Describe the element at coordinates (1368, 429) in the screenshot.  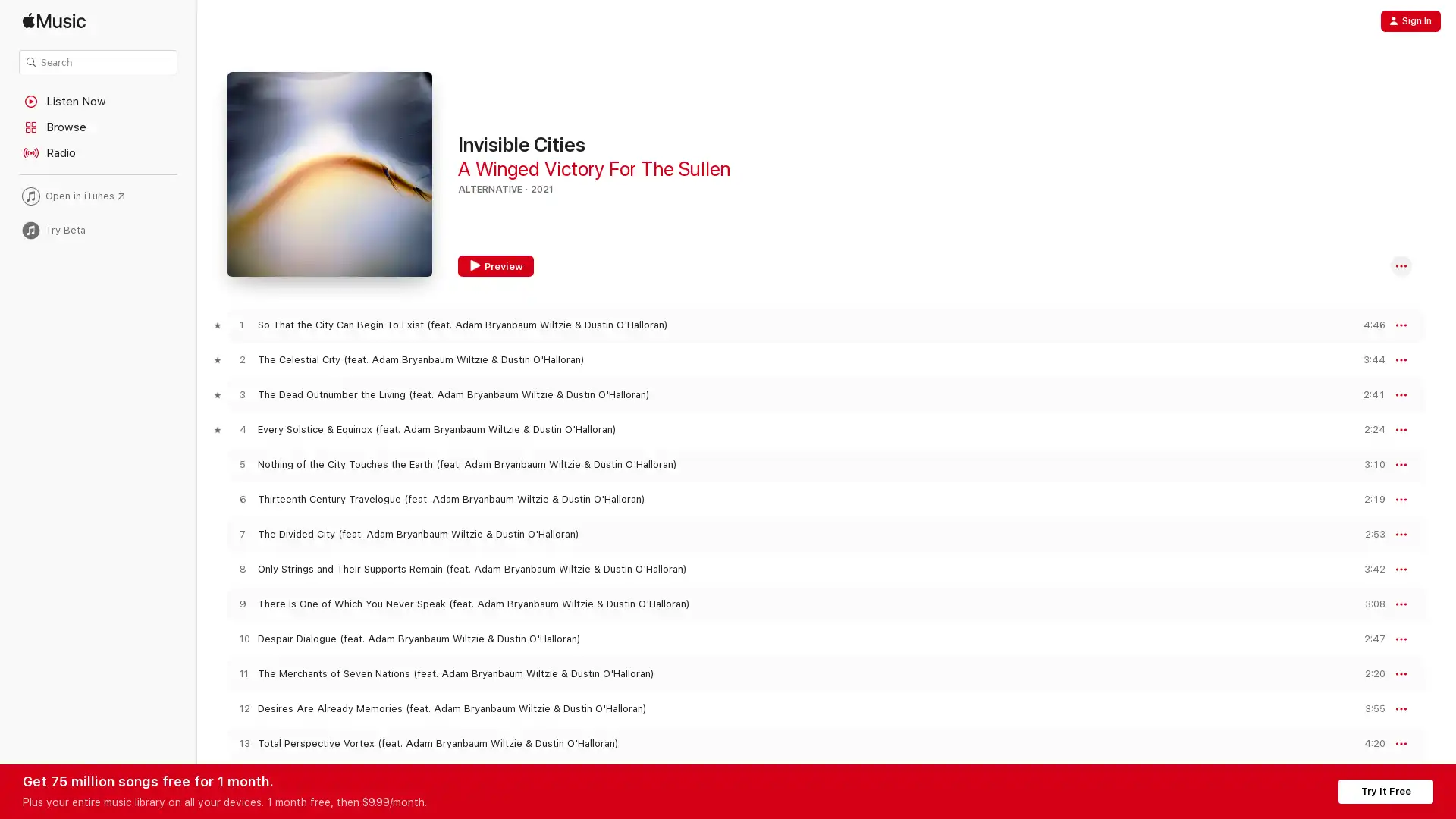
I see `Preview` at that location.